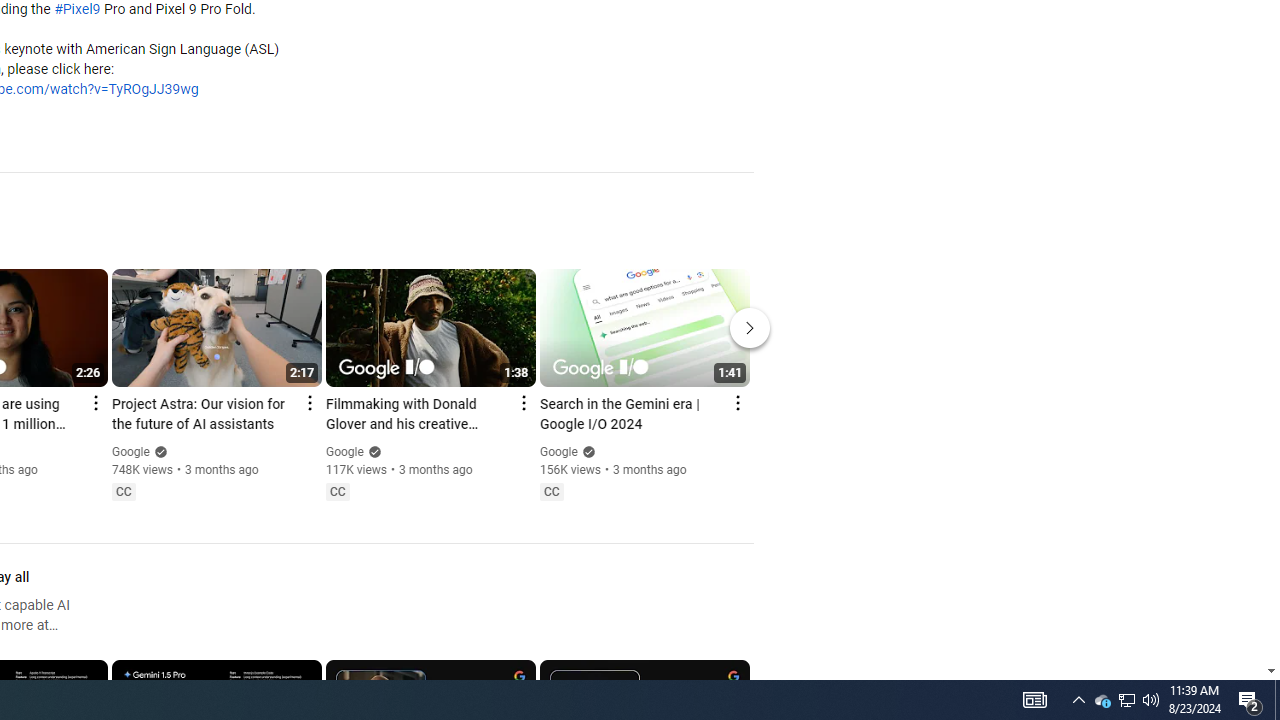 This screenshot has height=720, width=1280. What do you see at coordinates (749, 326) in the screenshot?
I see `'Next'` at bounding box center [749, 326].